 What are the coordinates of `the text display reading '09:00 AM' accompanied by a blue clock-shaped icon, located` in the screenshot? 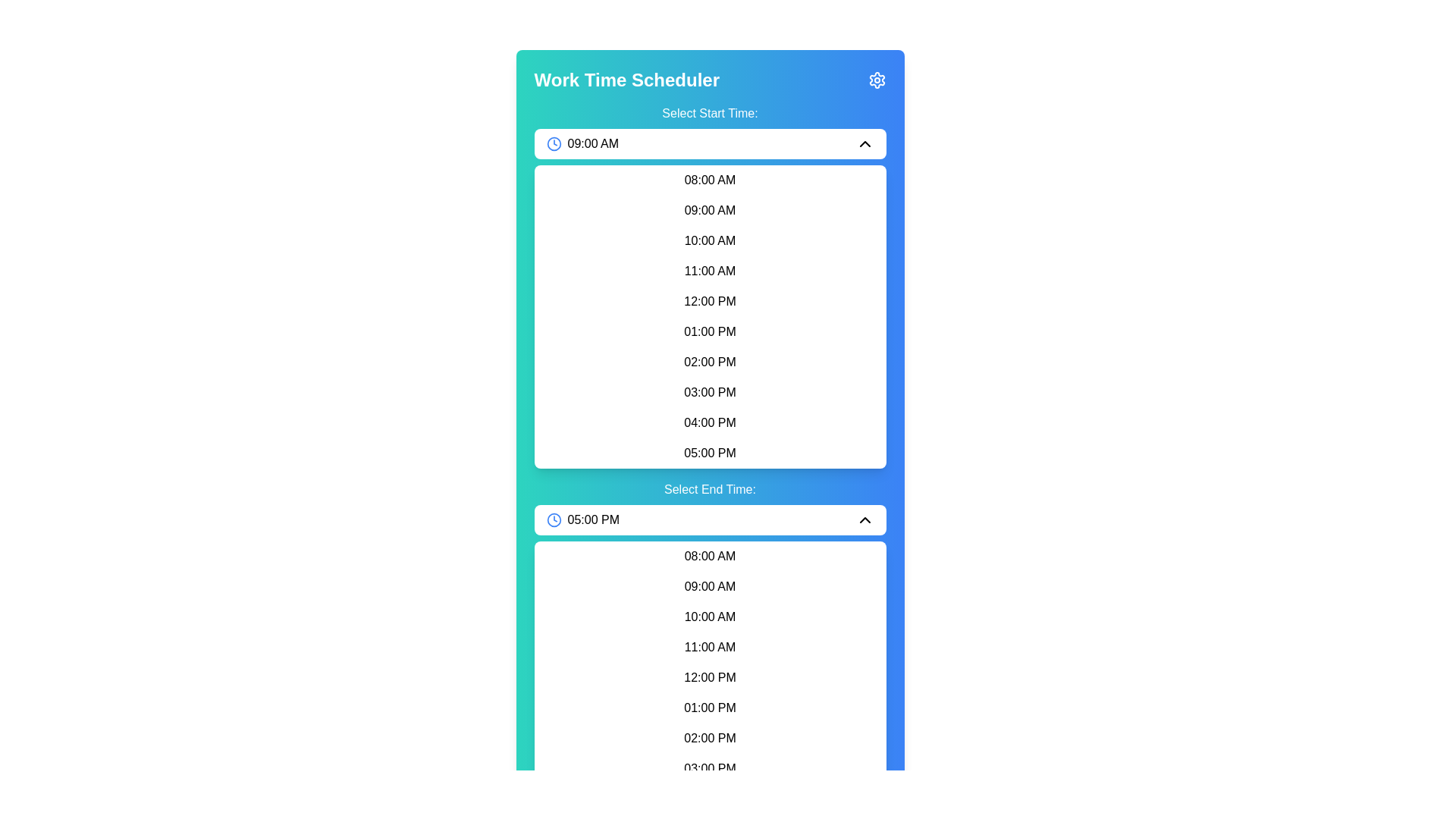 It's located at (582, 143).